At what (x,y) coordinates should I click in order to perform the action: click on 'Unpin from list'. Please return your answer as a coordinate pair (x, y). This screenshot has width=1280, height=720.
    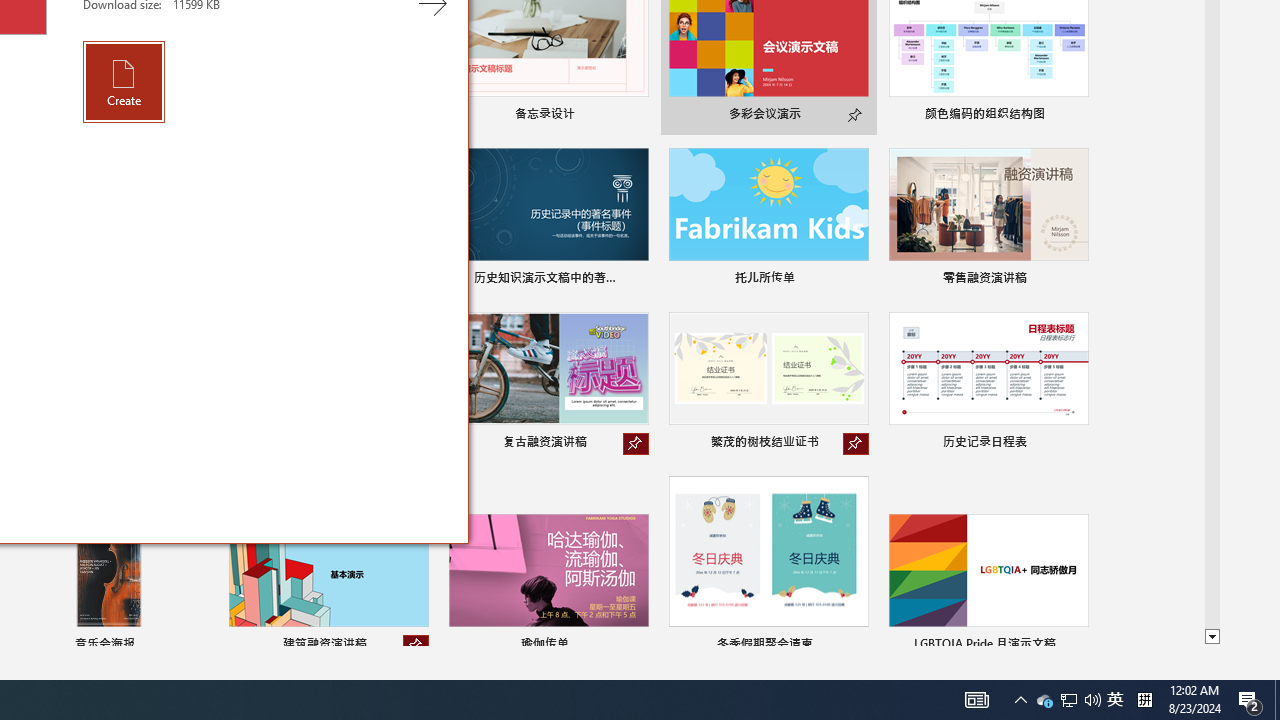
    Looking at the image, I should click on (415, 645).